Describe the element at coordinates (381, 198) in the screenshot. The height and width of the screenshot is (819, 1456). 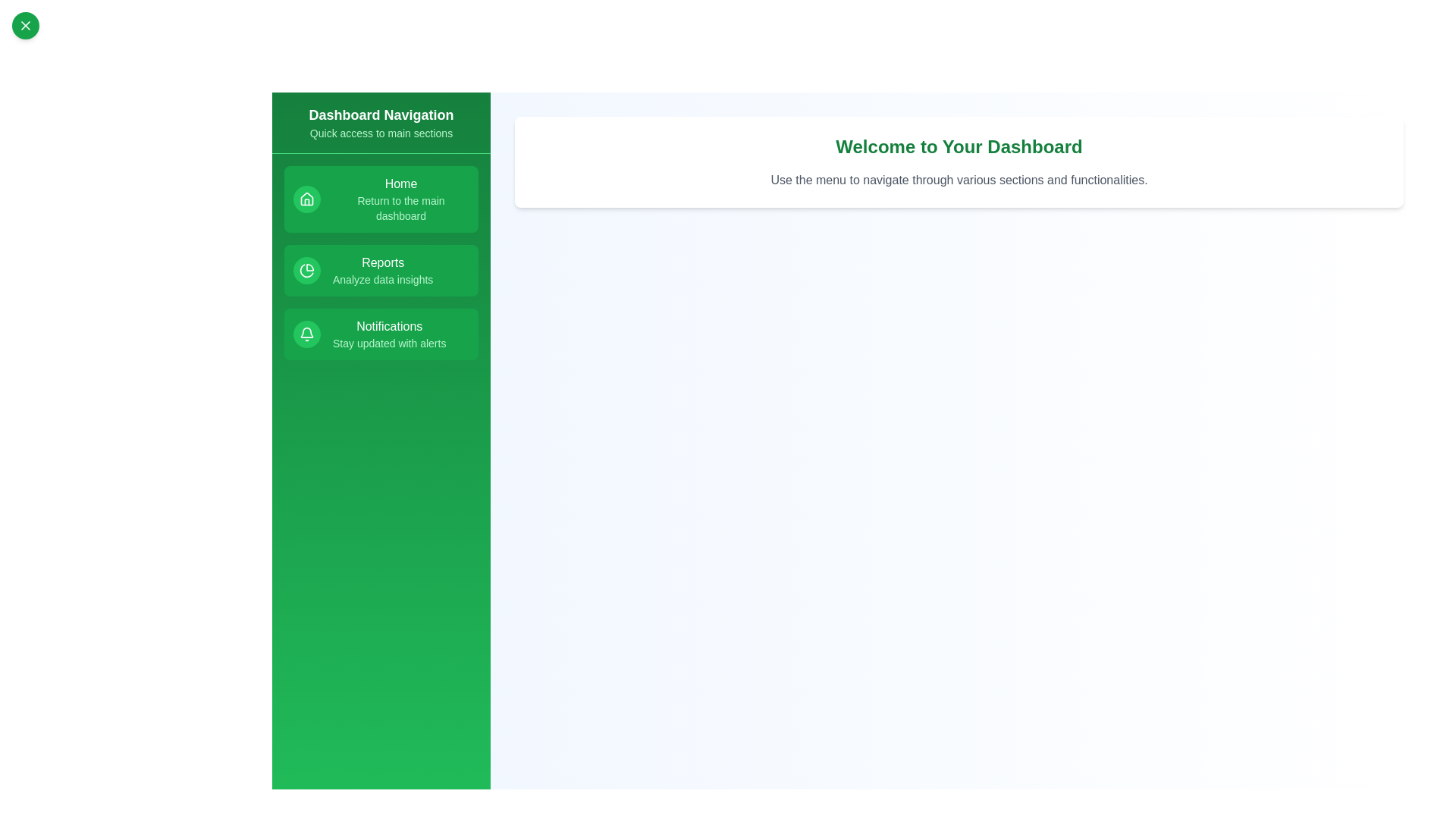
I see `the menu item corresponding to Home to navigate to its section` at that location.